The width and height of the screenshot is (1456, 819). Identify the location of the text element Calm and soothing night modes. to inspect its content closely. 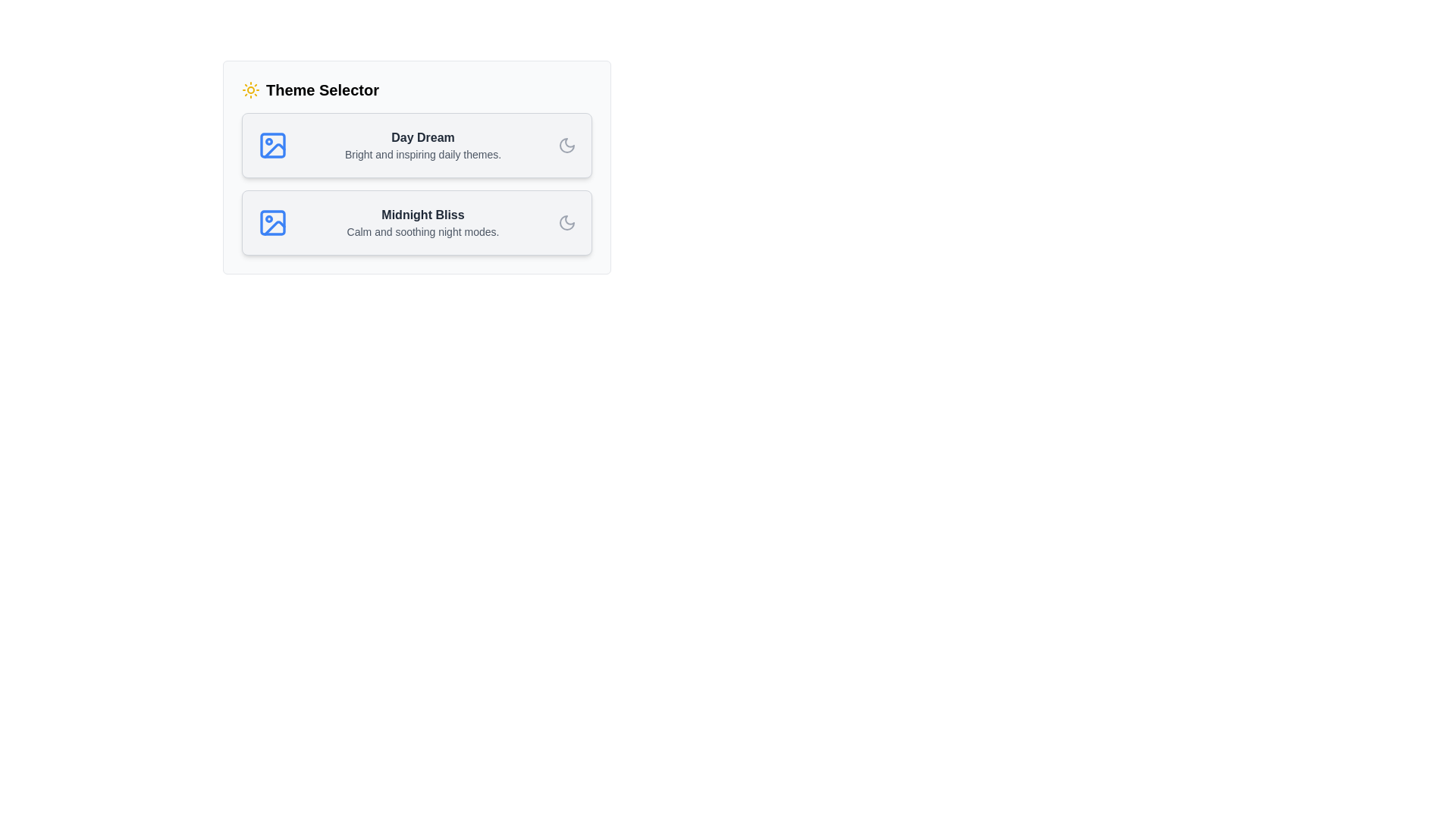
(422, 231).